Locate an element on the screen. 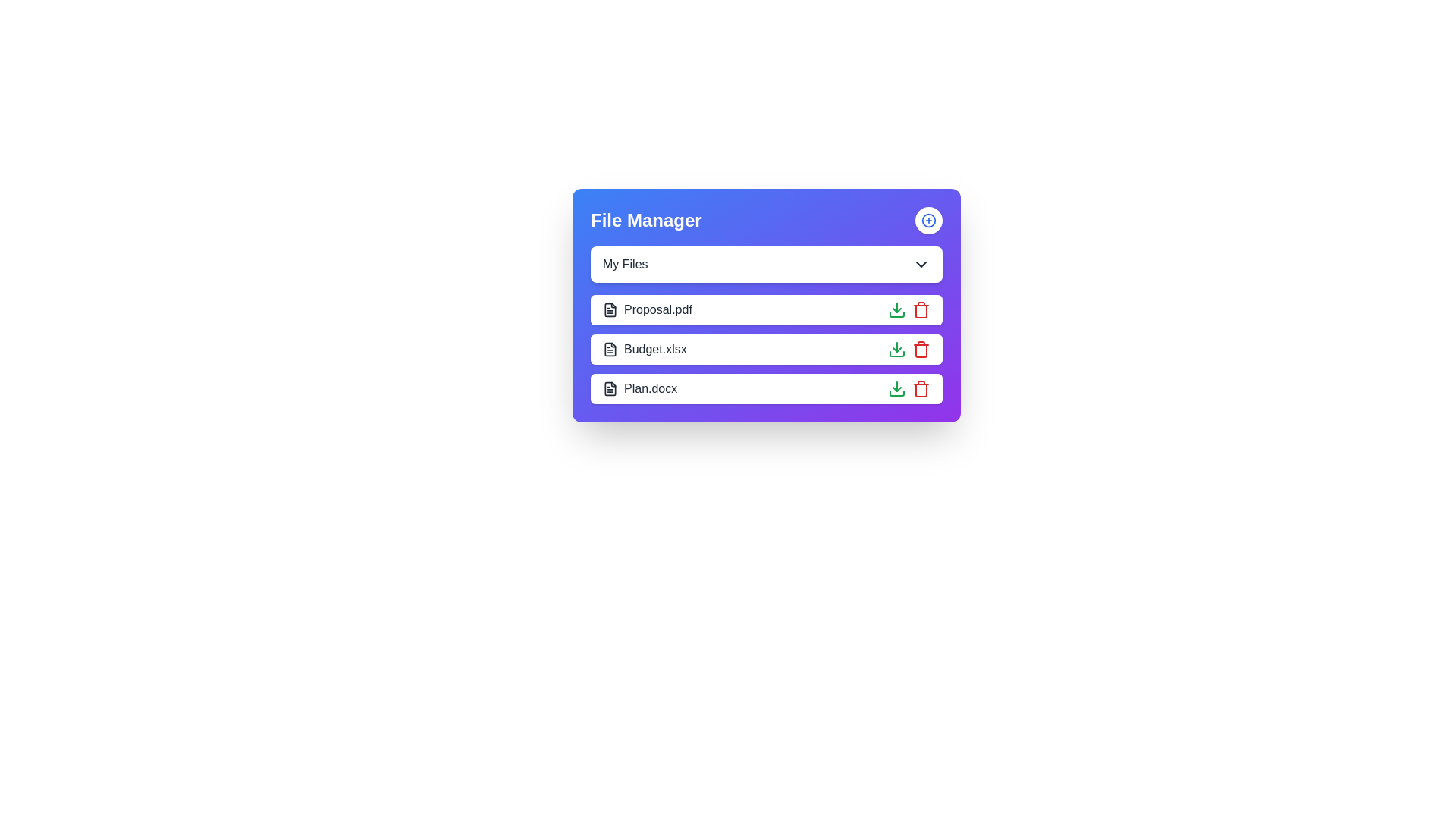 The image size is (1456, 819). the circular '+' button with a white background and blue border located in the top right corner of the 'File Manager' card for keyboard interaction is located at coordinates (927, 220).